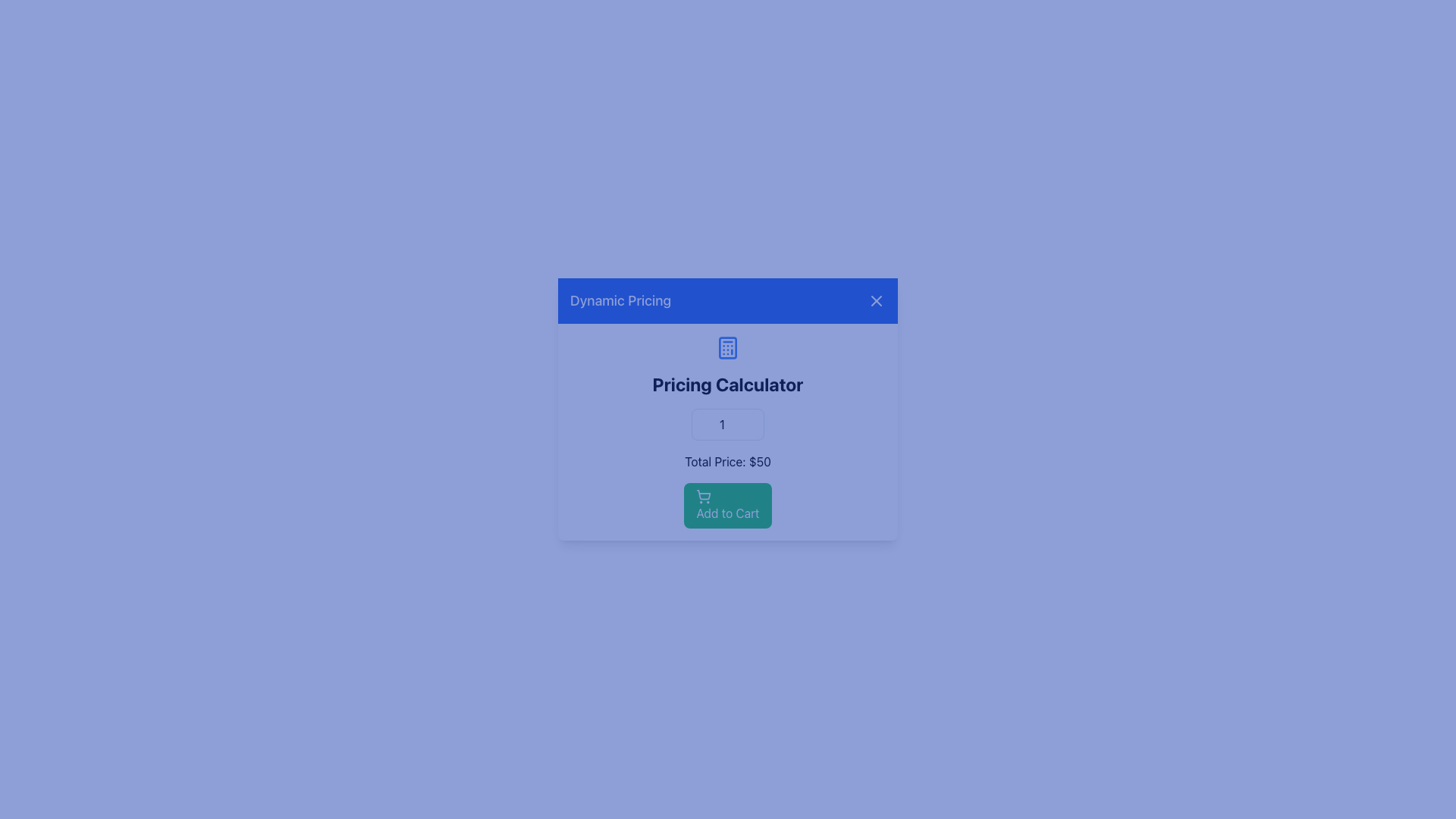 Image resolution: width=1456 pixels, height=819 pixels. What do you see at coordinates (877, 301) in the screenshot?
I see `the Close Button, represented by a small 'X' icon, located at the far right of the blue bar in the 'Dynamic Pricing' panel` at bounding box center [877, 301].